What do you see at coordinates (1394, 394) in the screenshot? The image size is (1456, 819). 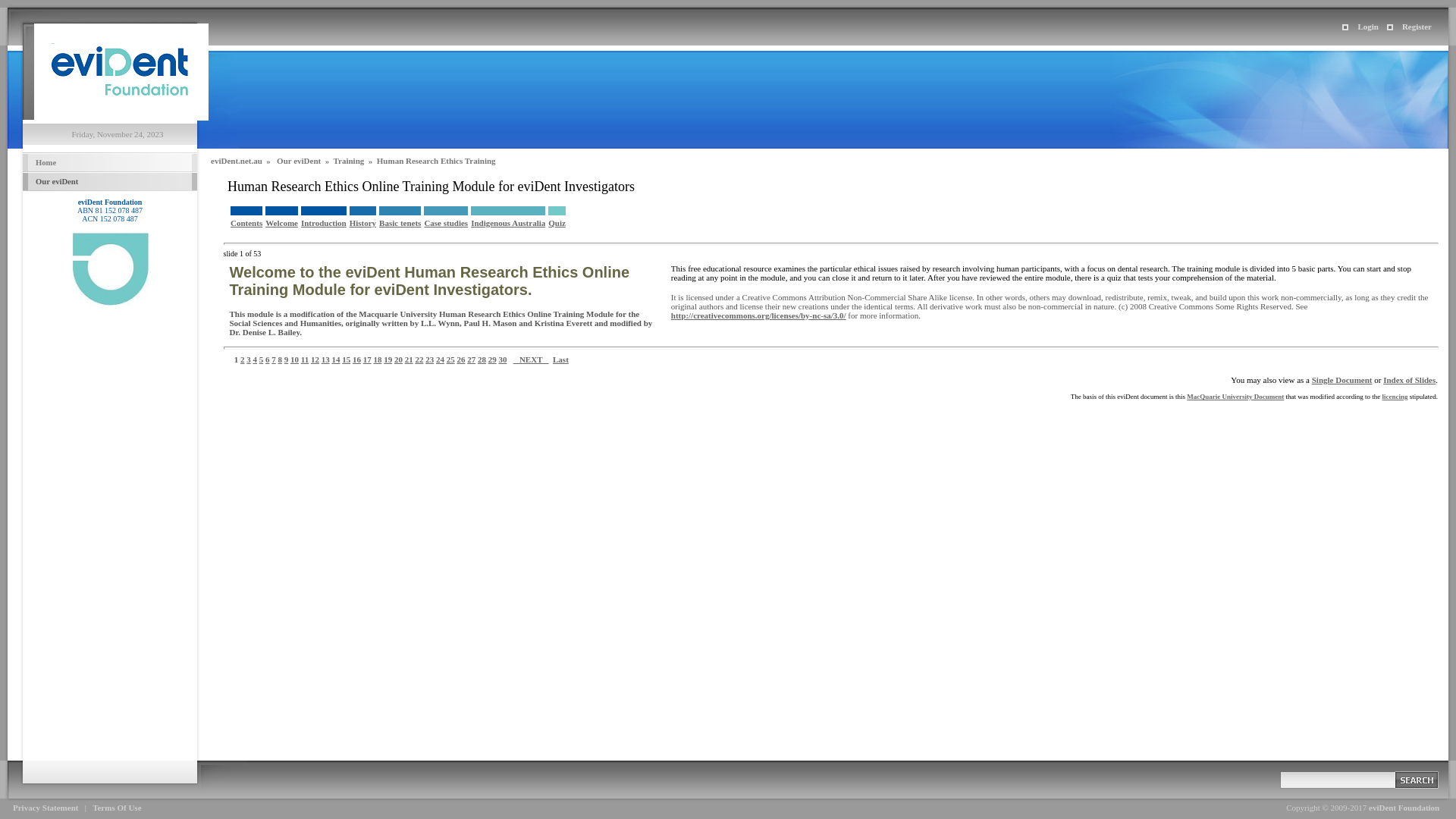 I see `'licencing'` at bounding box center [1394, 394].